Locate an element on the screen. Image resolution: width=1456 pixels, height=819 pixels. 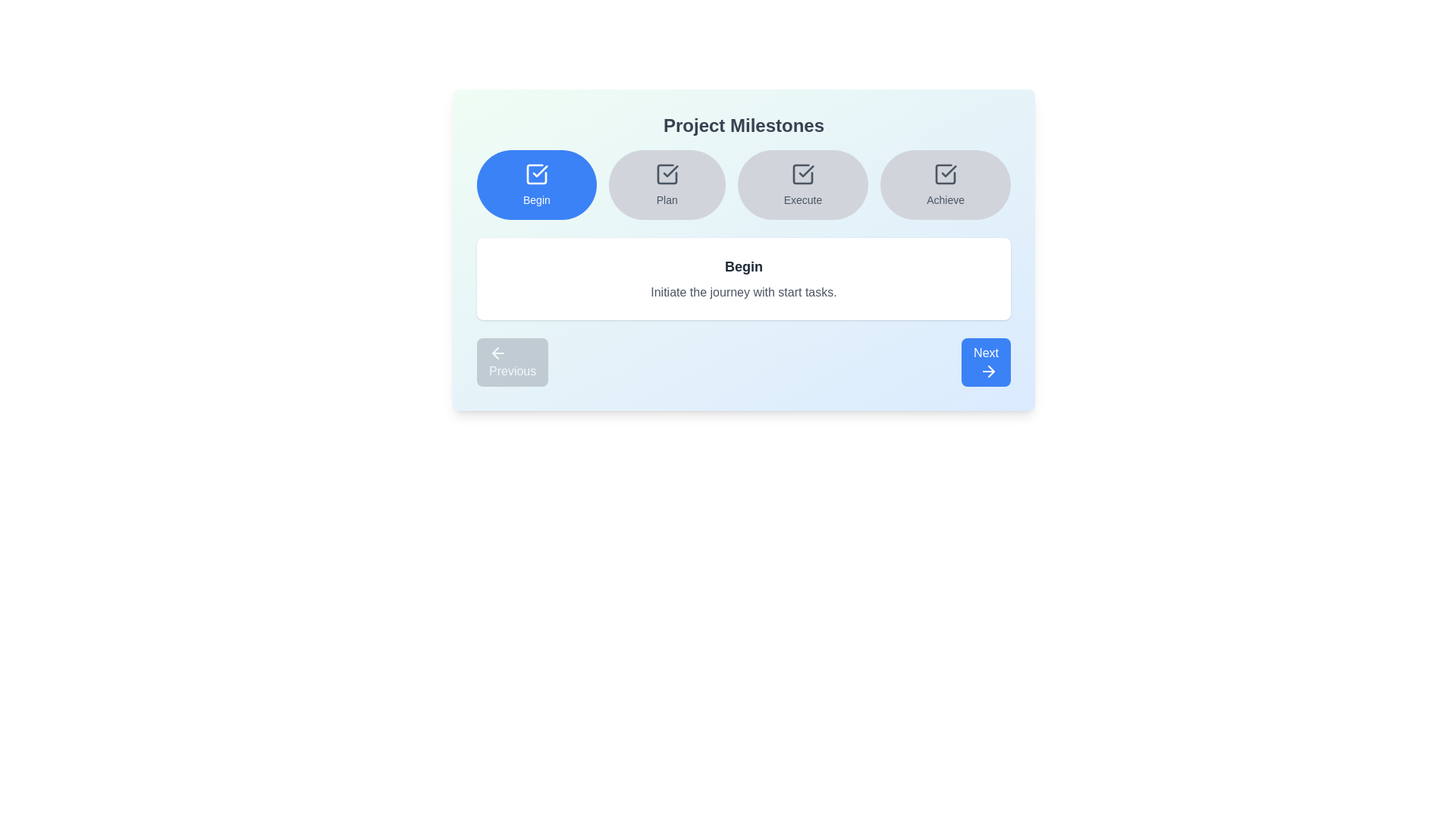
the completion icon of the 'Execute' milestone button, which is the third button in the sequence of four milestone buttons at the top center of the interface is located at coordinates (802, 174).